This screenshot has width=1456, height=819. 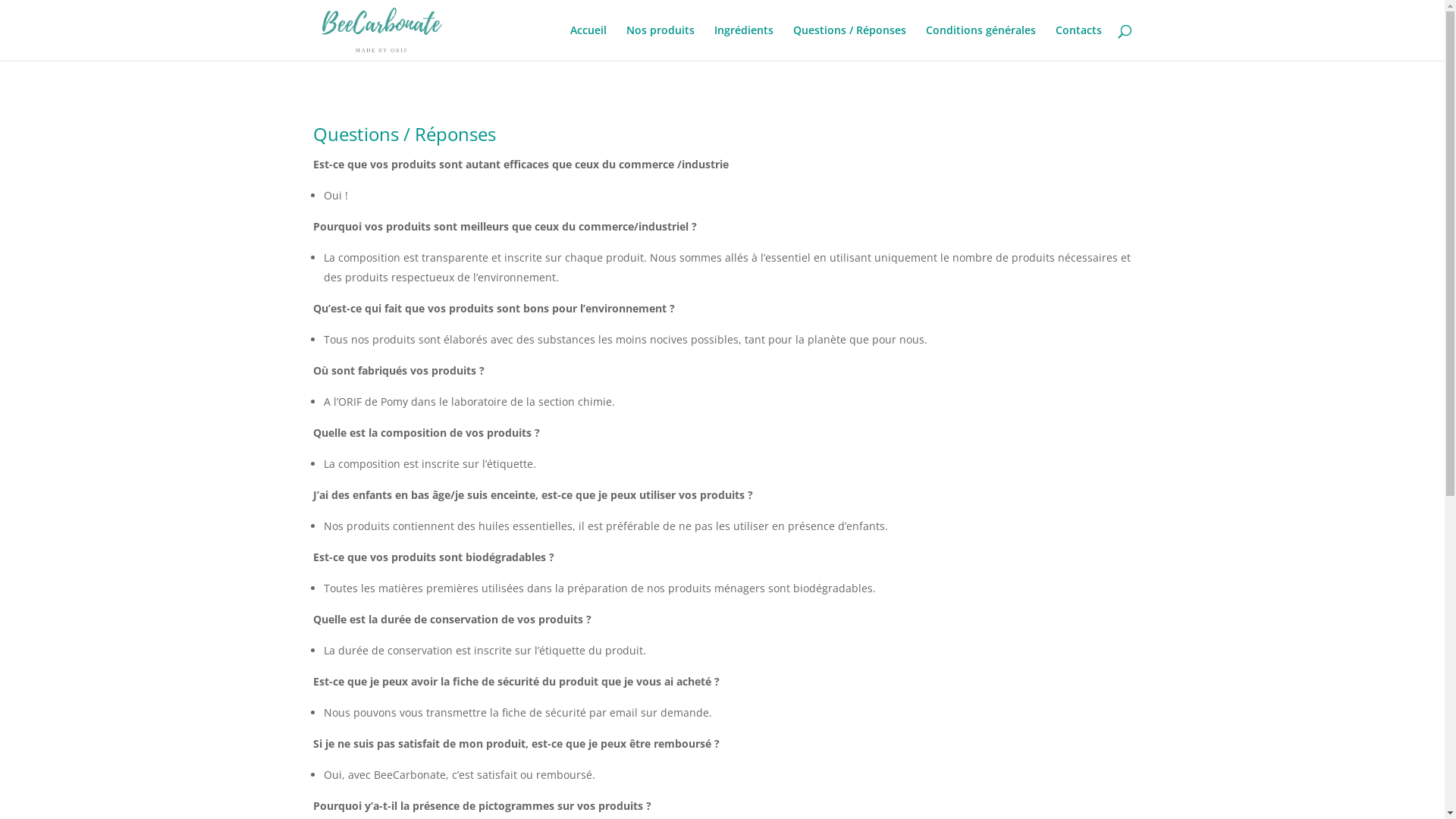 What do you see at coordinates (660, 42) in the screenshot?
I see `'Nos produits'` at bounding box center [660, 42].